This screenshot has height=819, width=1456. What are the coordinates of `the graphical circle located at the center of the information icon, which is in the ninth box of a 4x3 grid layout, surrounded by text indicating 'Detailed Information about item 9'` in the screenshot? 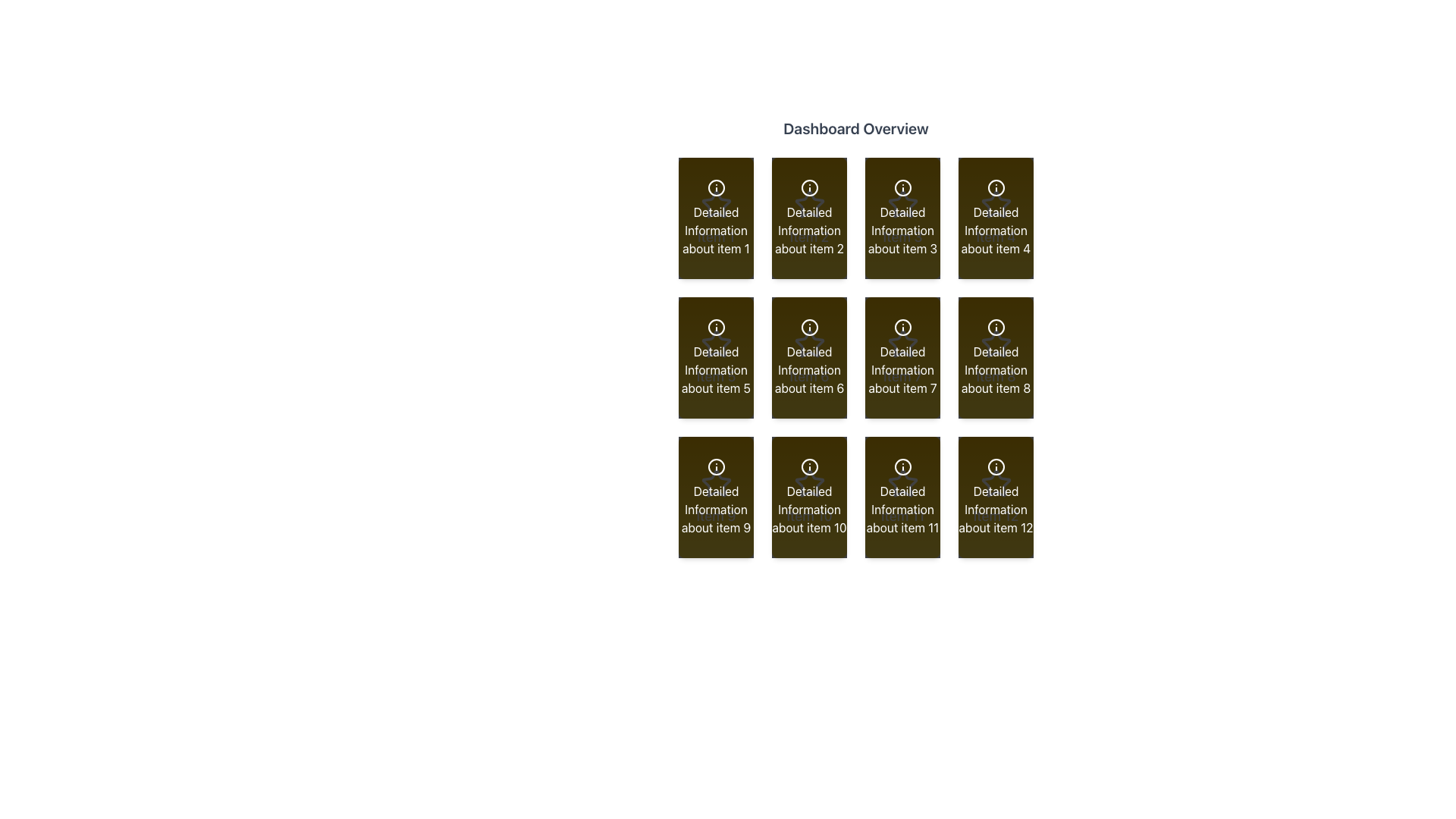 It's located at (715, 466).